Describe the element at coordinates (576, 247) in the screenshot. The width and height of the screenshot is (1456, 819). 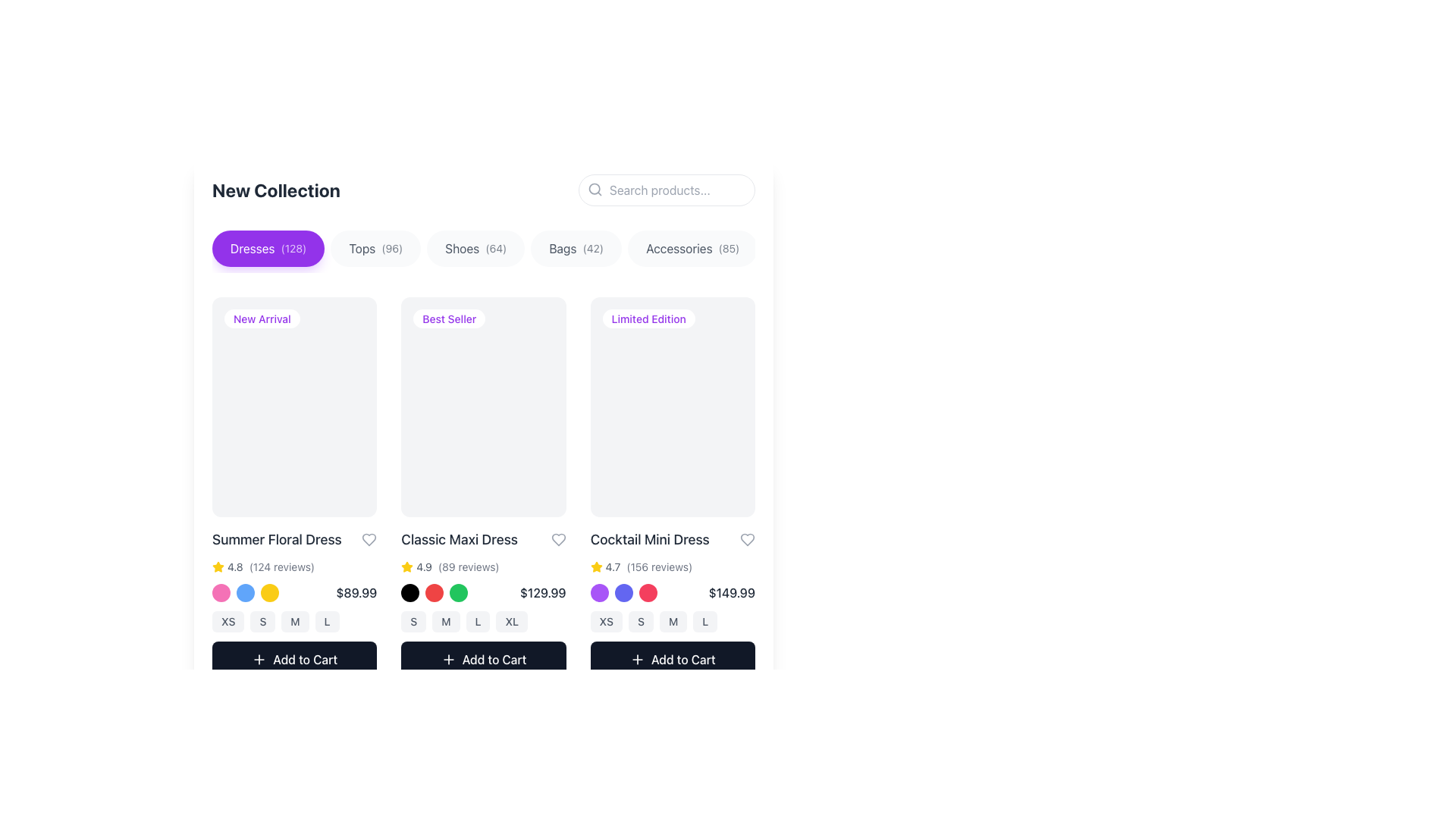
I see `the fourth button labeled 'Bags' to filter the displayed items to show only those within the 'Bags' category` at that location.